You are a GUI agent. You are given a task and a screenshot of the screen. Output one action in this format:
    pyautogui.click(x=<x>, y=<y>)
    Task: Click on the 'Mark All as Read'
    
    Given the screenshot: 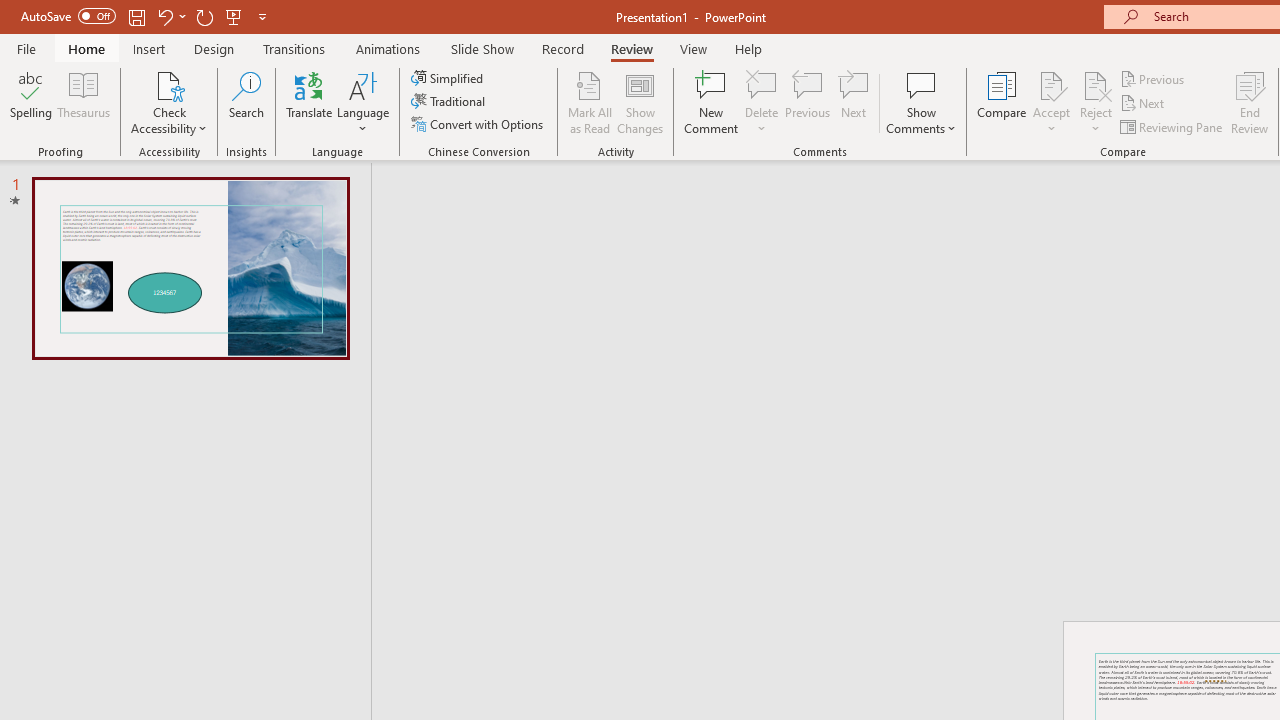 What is the action you would take?
    pyautogui.click(x=589, y=103)
    